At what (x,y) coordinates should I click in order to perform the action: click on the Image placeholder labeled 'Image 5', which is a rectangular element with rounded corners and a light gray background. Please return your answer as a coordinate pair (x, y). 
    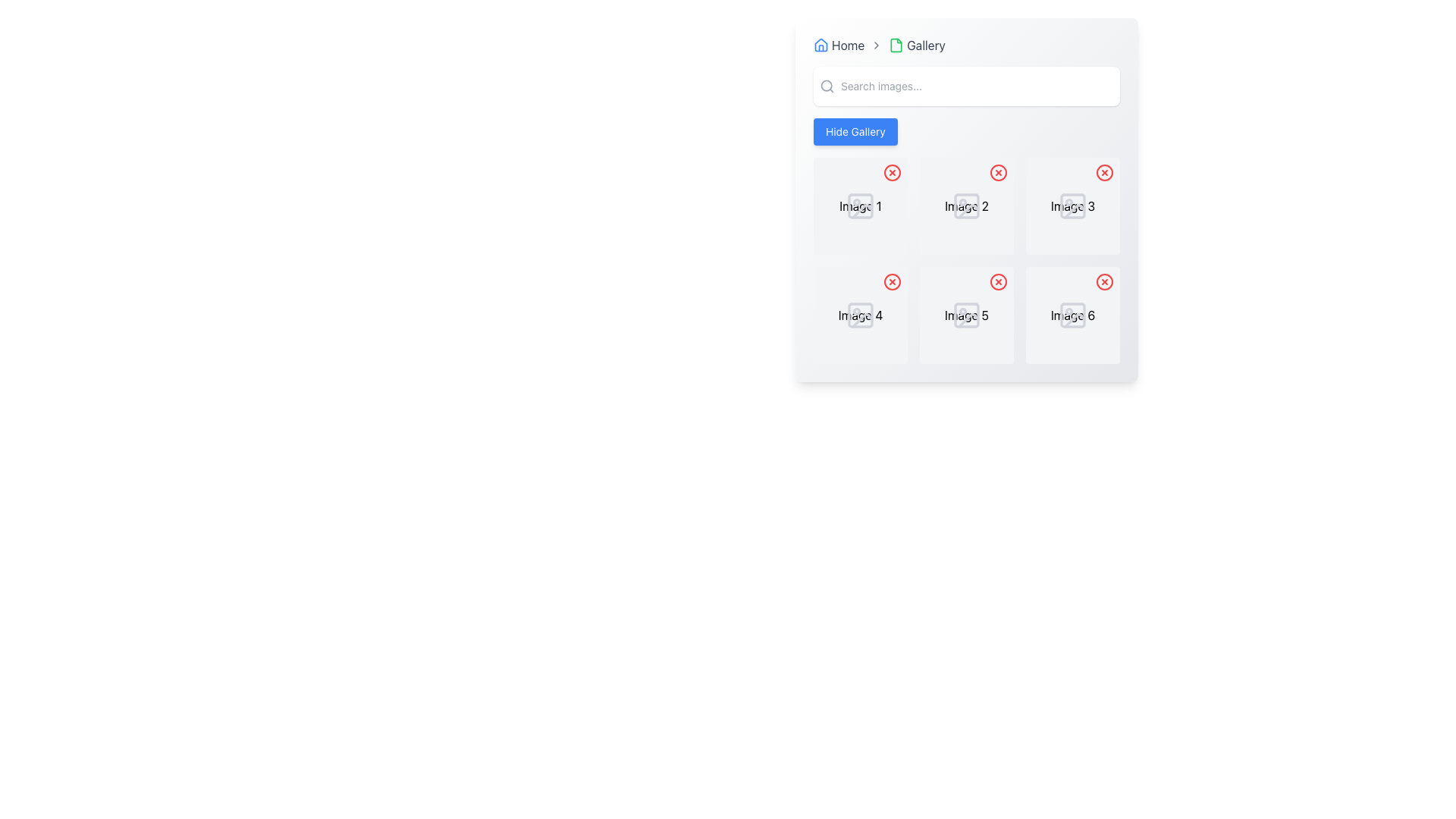
    Looking at the image, I should click on (966, 315).